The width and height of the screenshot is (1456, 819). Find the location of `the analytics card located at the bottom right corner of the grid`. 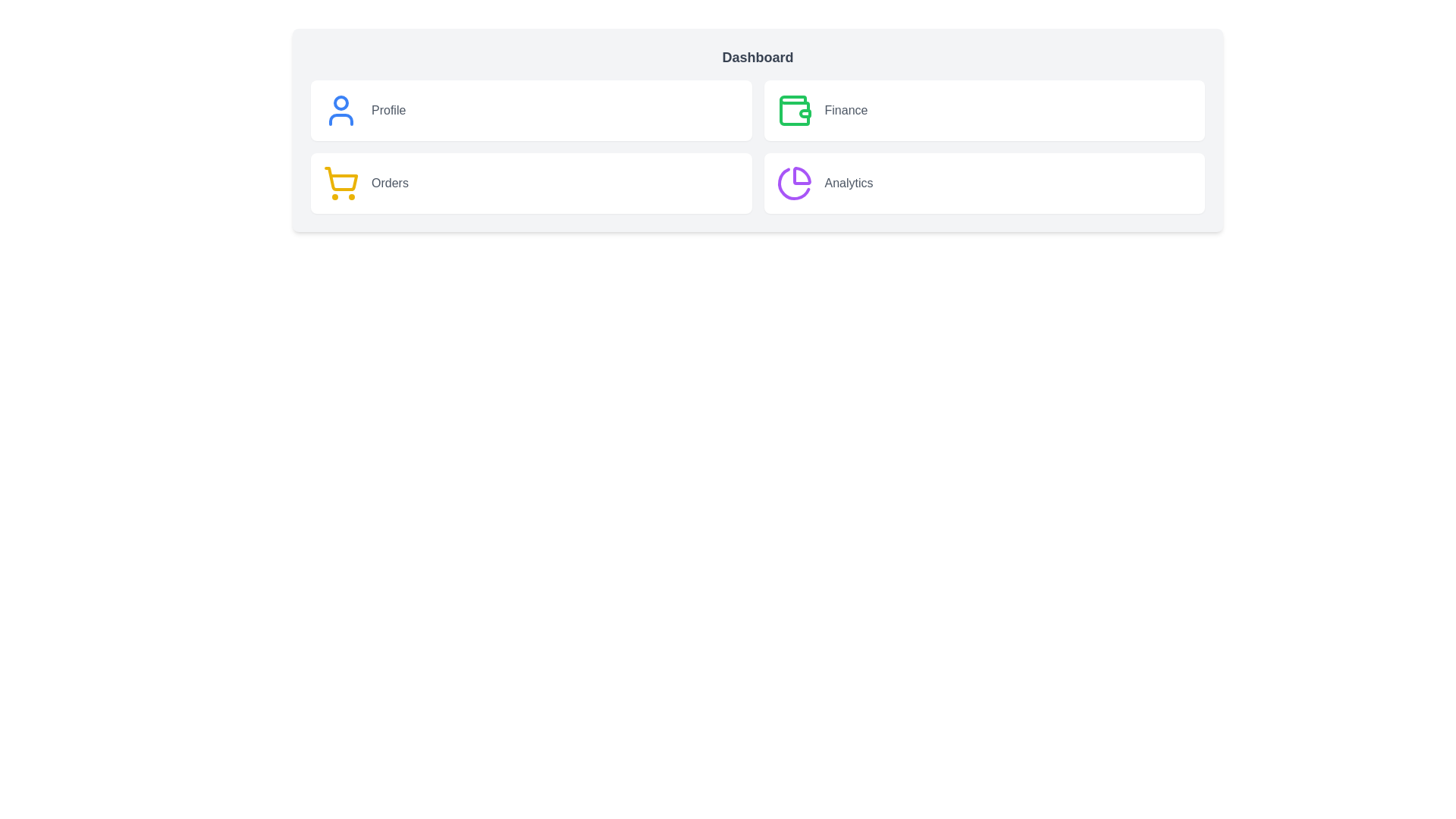

the analytics card located at the bottom right corner of the grid is located at coordinates (984, 183).